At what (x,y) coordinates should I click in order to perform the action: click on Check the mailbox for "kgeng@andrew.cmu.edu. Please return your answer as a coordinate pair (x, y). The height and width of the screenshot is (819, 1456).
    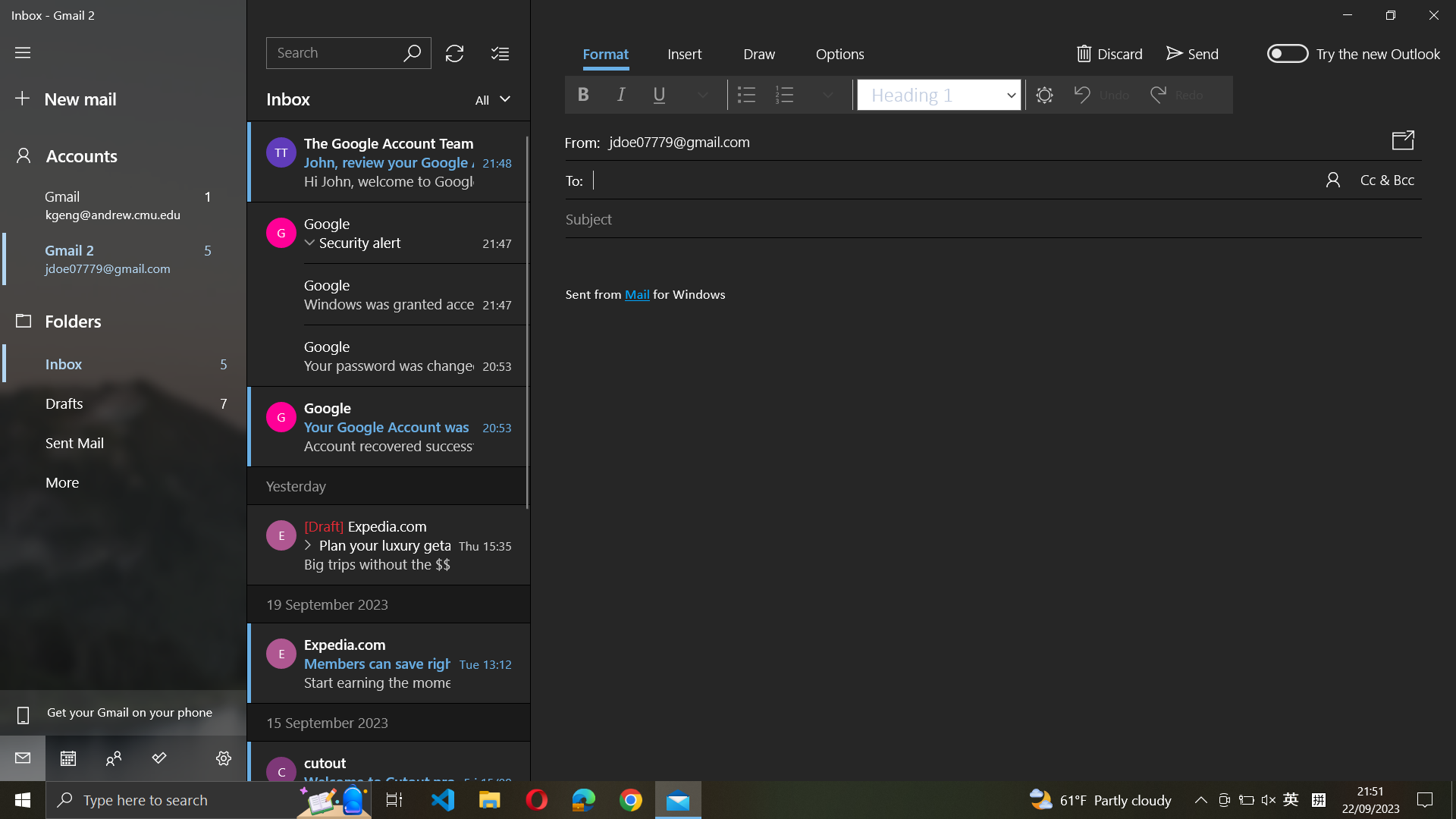
    Looking at the image, I should click on (490, 99).